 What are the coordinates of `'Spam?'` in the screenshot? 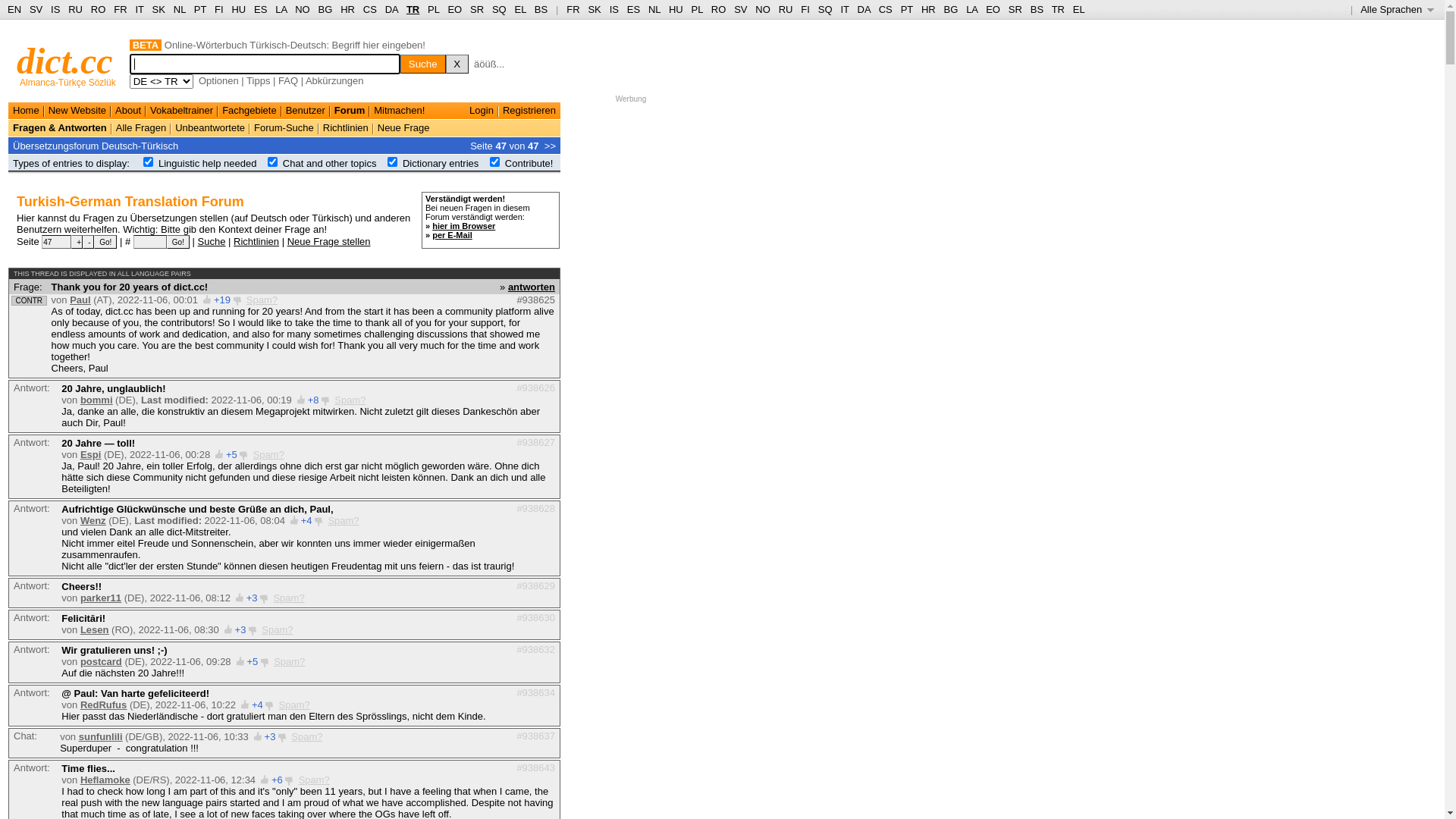 It's located at (253, 453).